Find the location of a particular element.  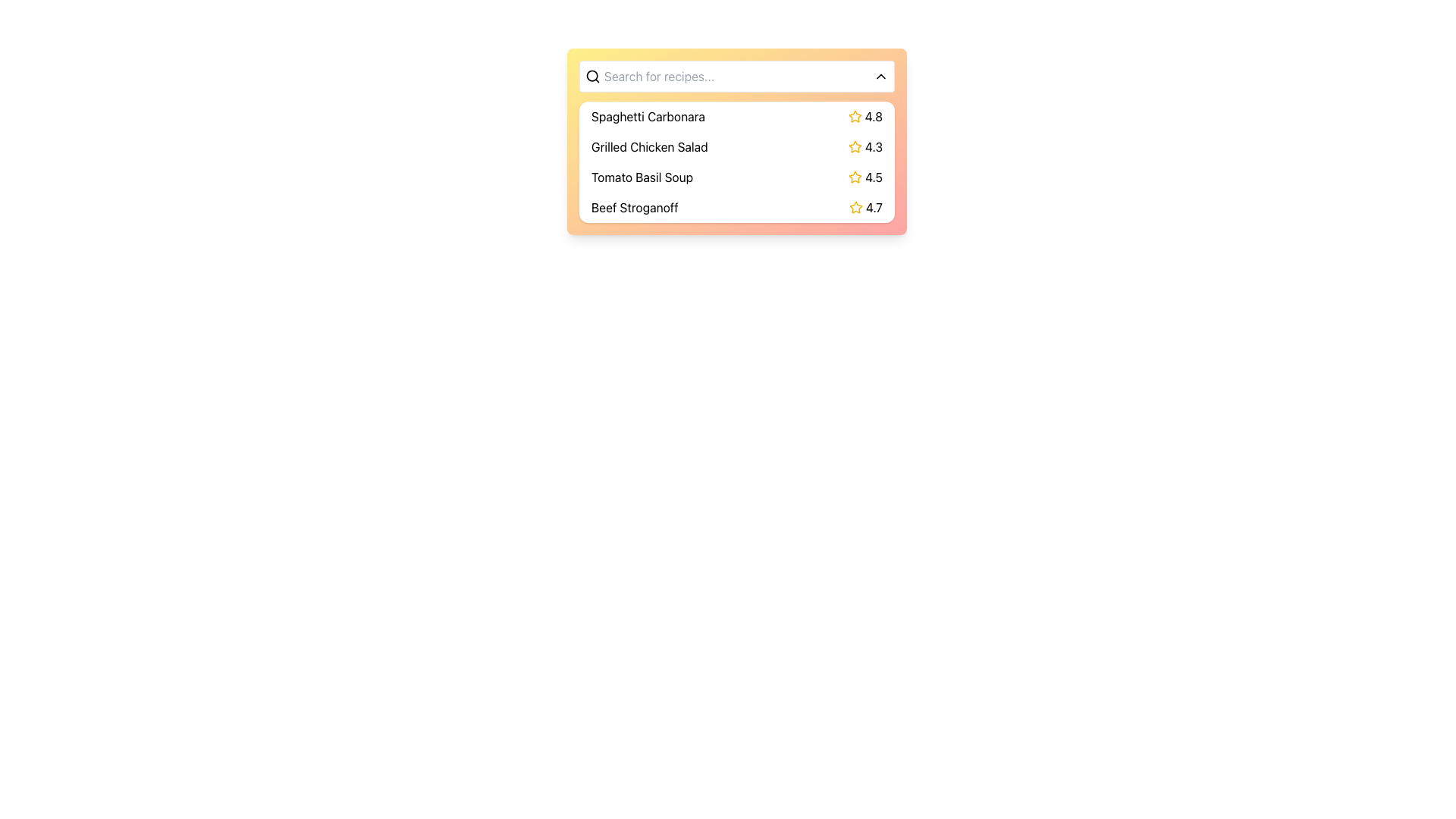

the menu item labeled 'Tomato Basil Soup', which is the third item in the dropdown menu is located at coordinates (736, 177).